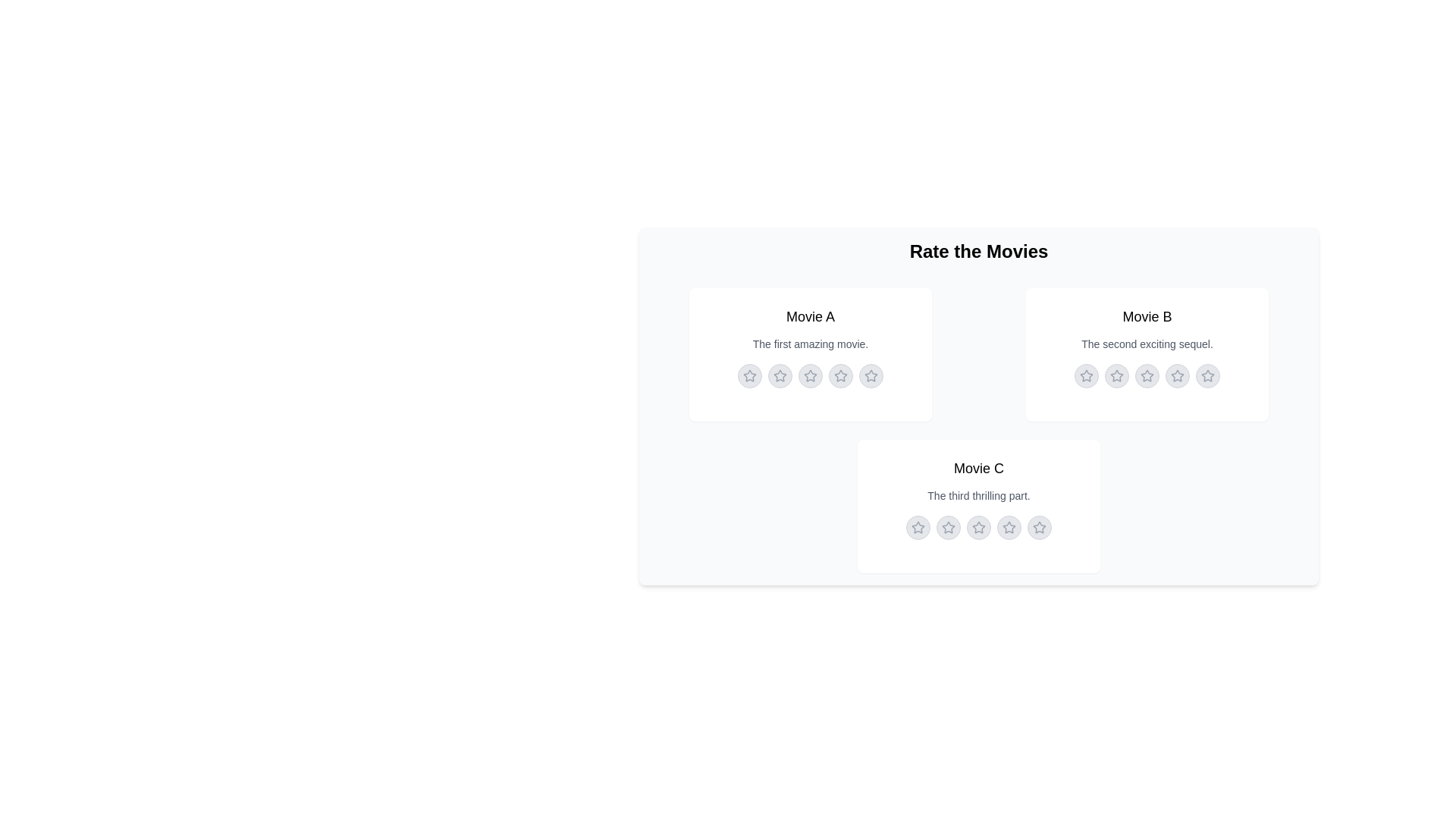  Describe the element at coordinates (1177, 375) in the screenshot. I see `the fourth star icon in the rating system, located under the text 'Movie B The second exciting sequel'` at that location.